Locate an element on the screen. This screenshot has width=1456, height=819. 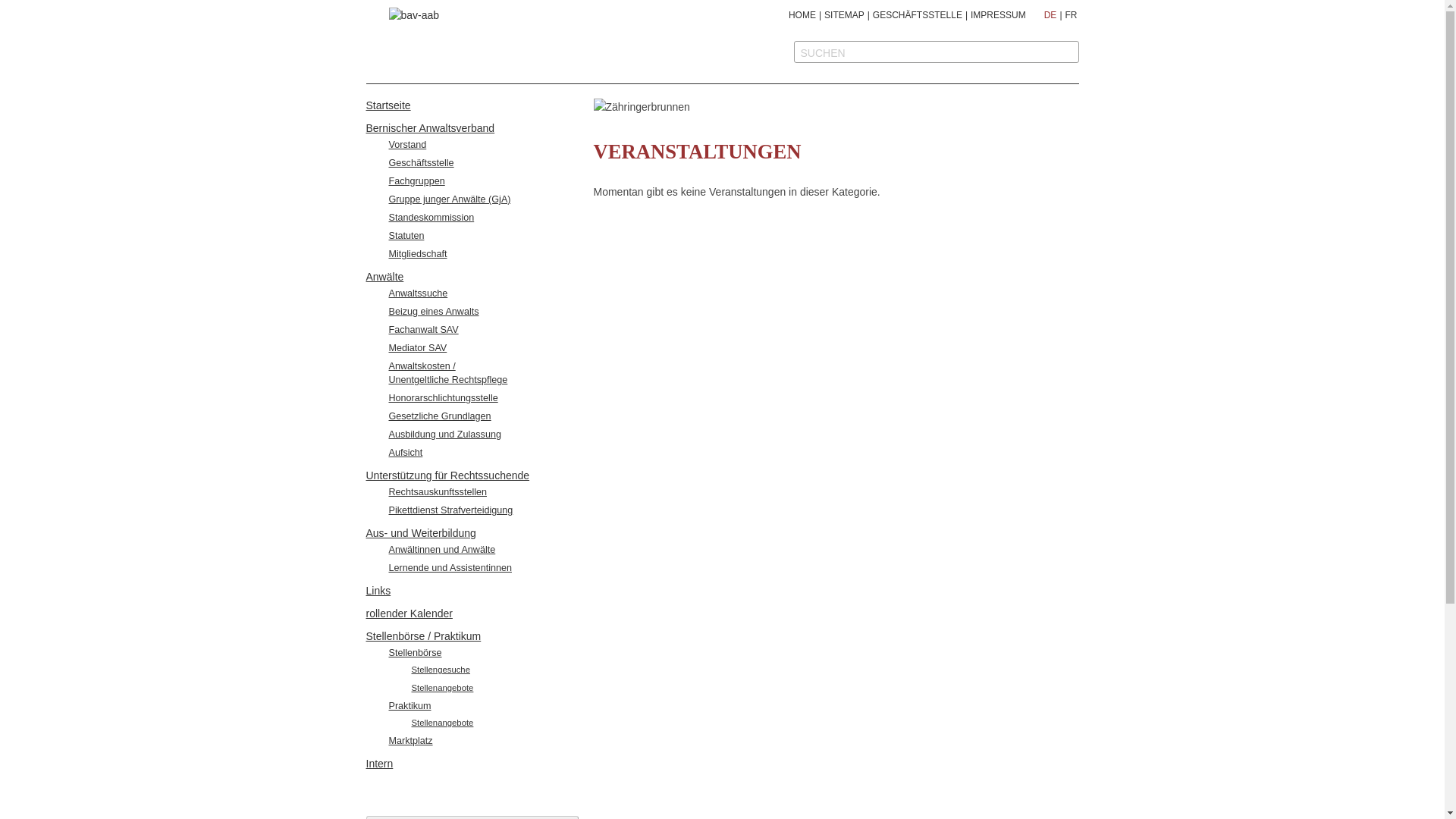
'Links' is located at coordinates (378, 590).